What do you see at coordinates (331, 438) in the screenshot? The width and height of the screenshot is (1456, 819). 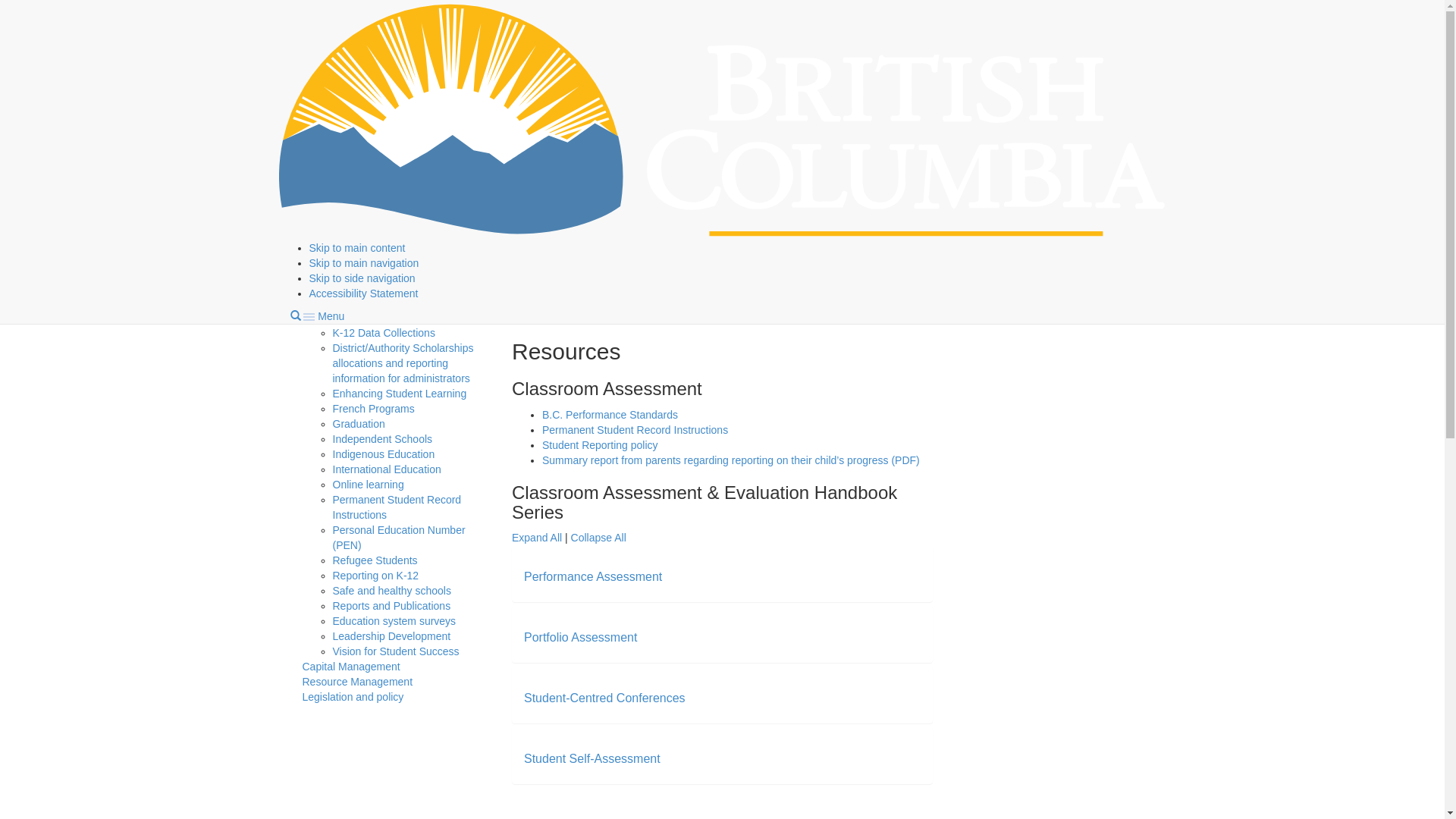 I see `'Independent Schools'` at bounding box center [331, 438].